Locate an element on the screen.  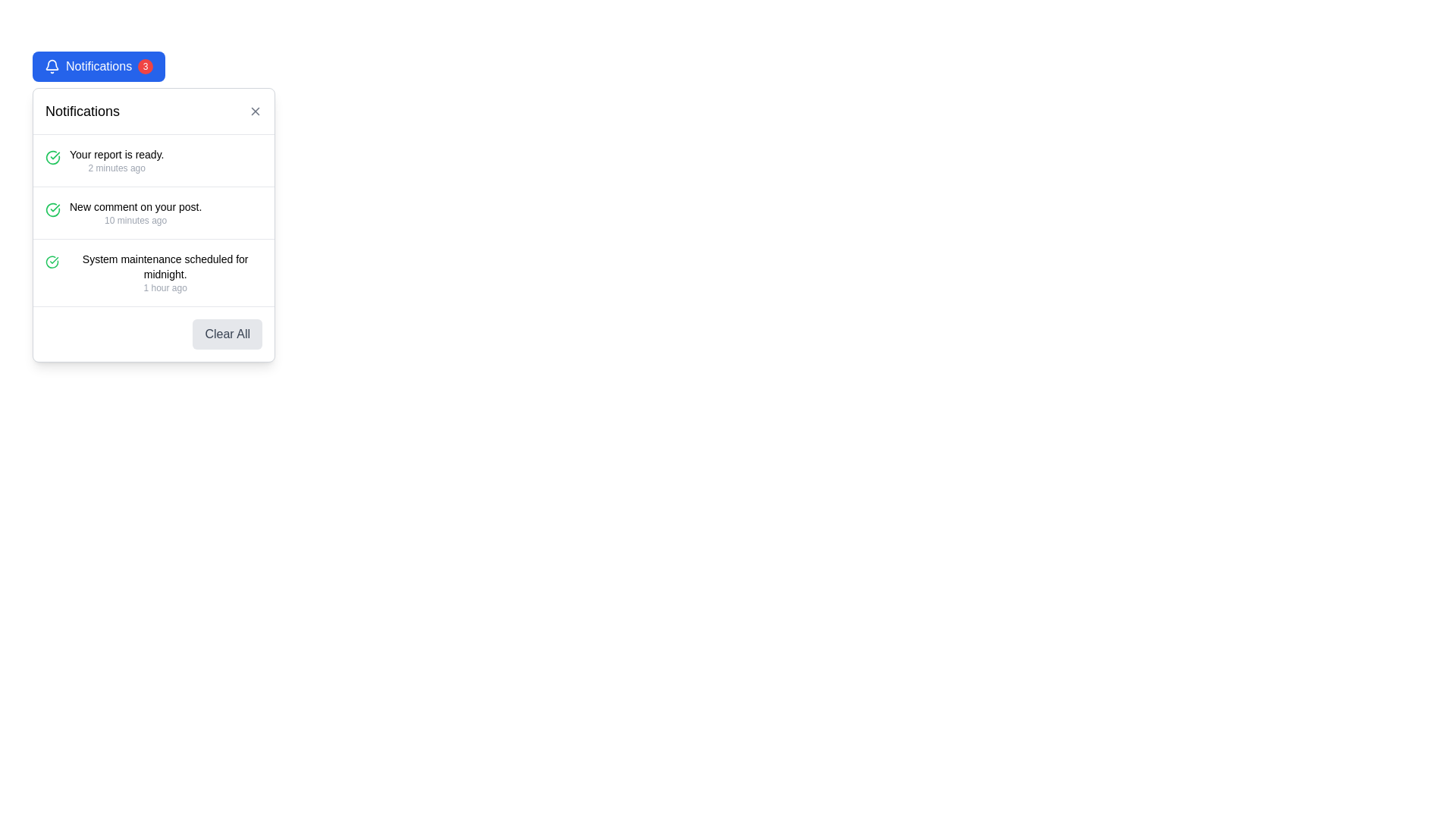
the success icon graphic represented within the first notification entry of the list is located at coordinates (53, 158).